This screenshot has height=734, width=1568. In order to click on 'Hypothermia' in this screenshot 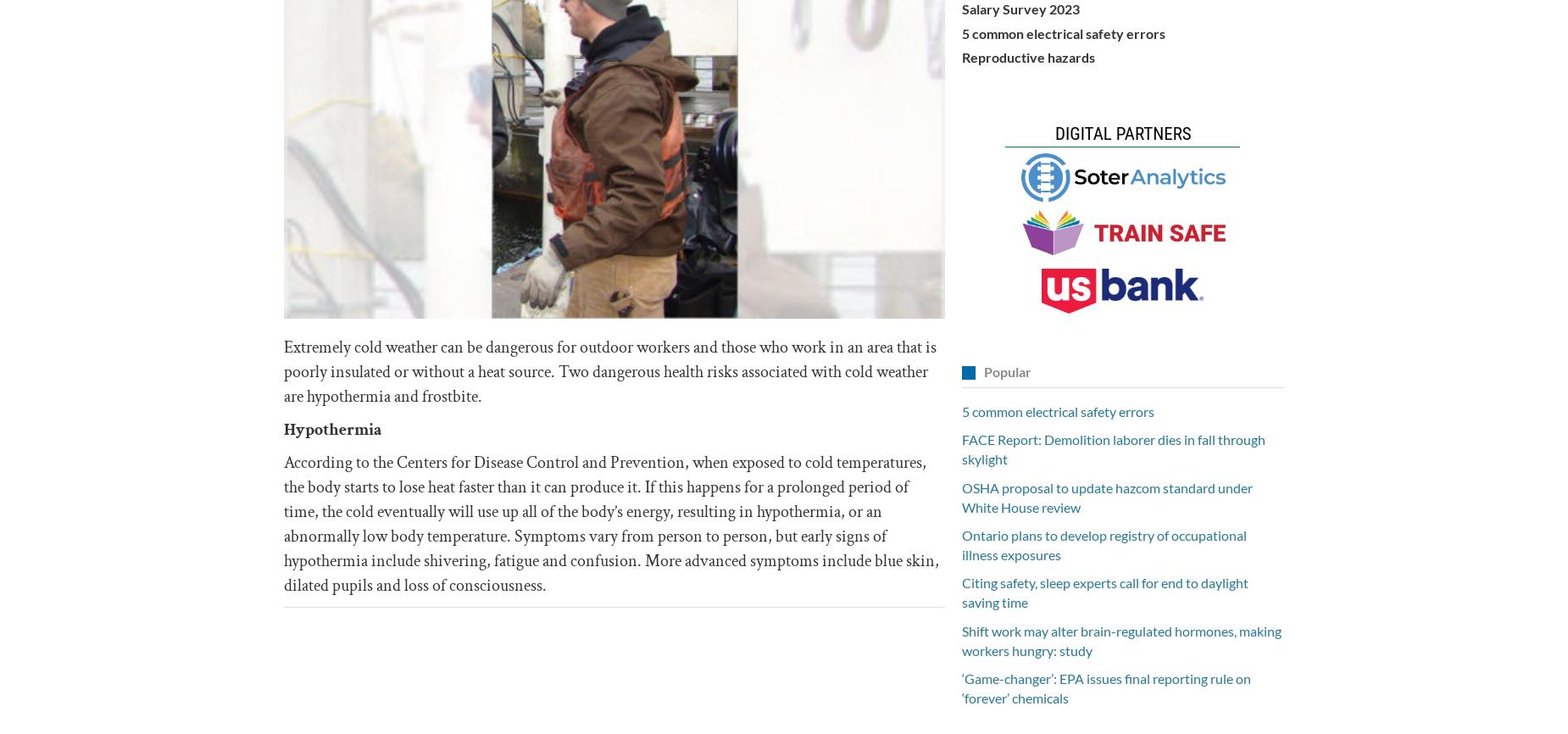, I will do `click(283, 429)`.